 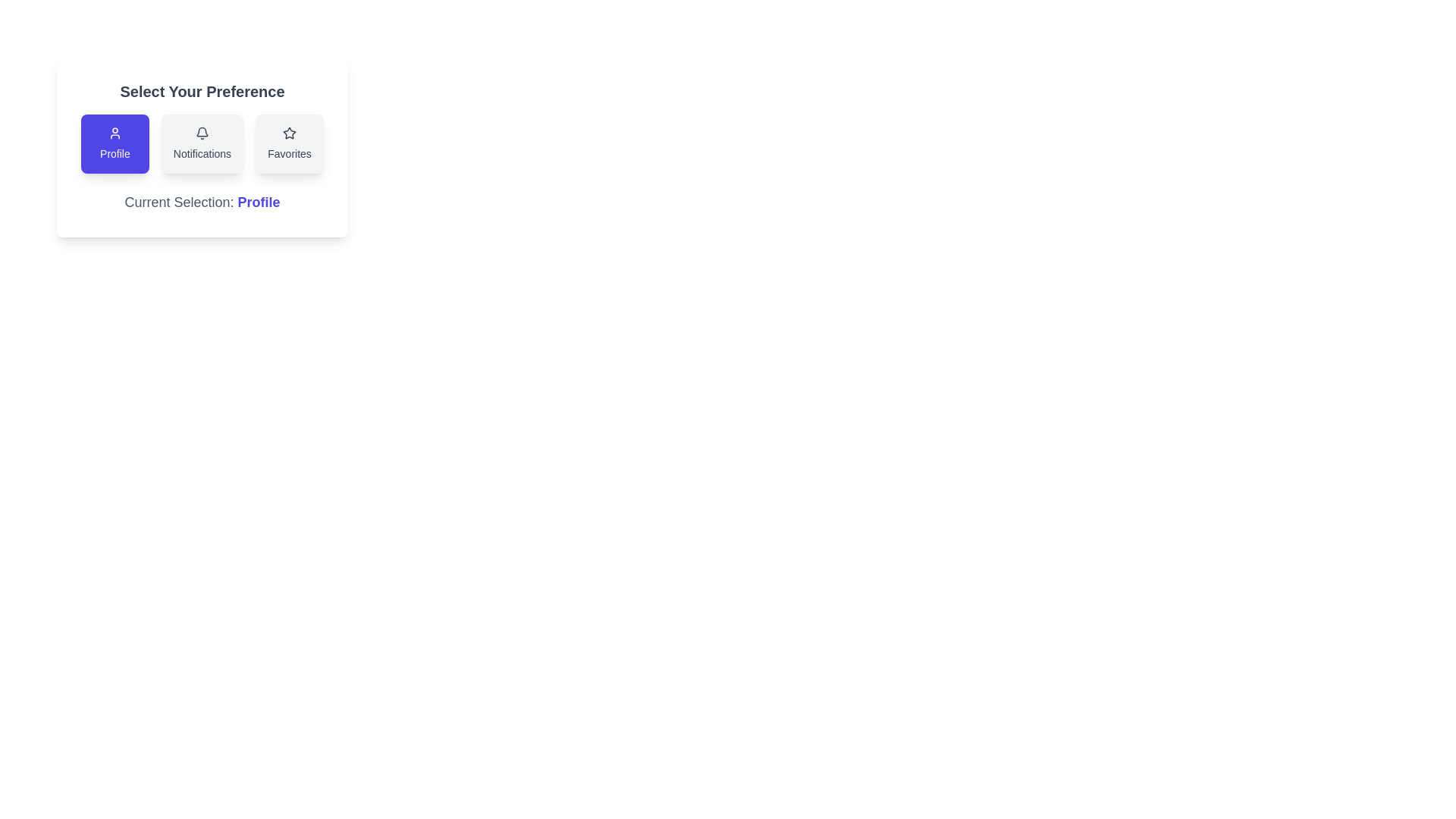 I want to click on the 'Favorites' button located to the far right of the layout, after 'Profile' and 'Notifications', so click(x=290, y=143).